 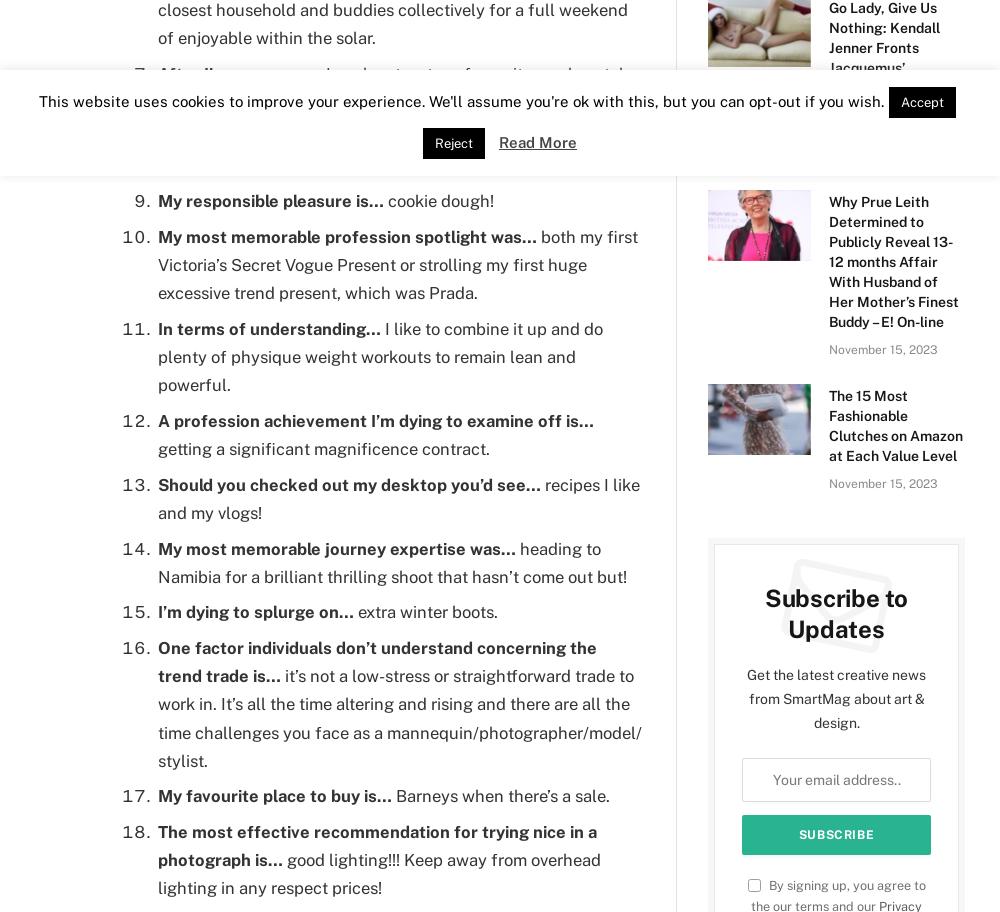 I want to click on 'both my first Victoria’s Secret Vogue Present or strolling my first huge excessive trend present, which was Prada.', so click(x=398, y=264).